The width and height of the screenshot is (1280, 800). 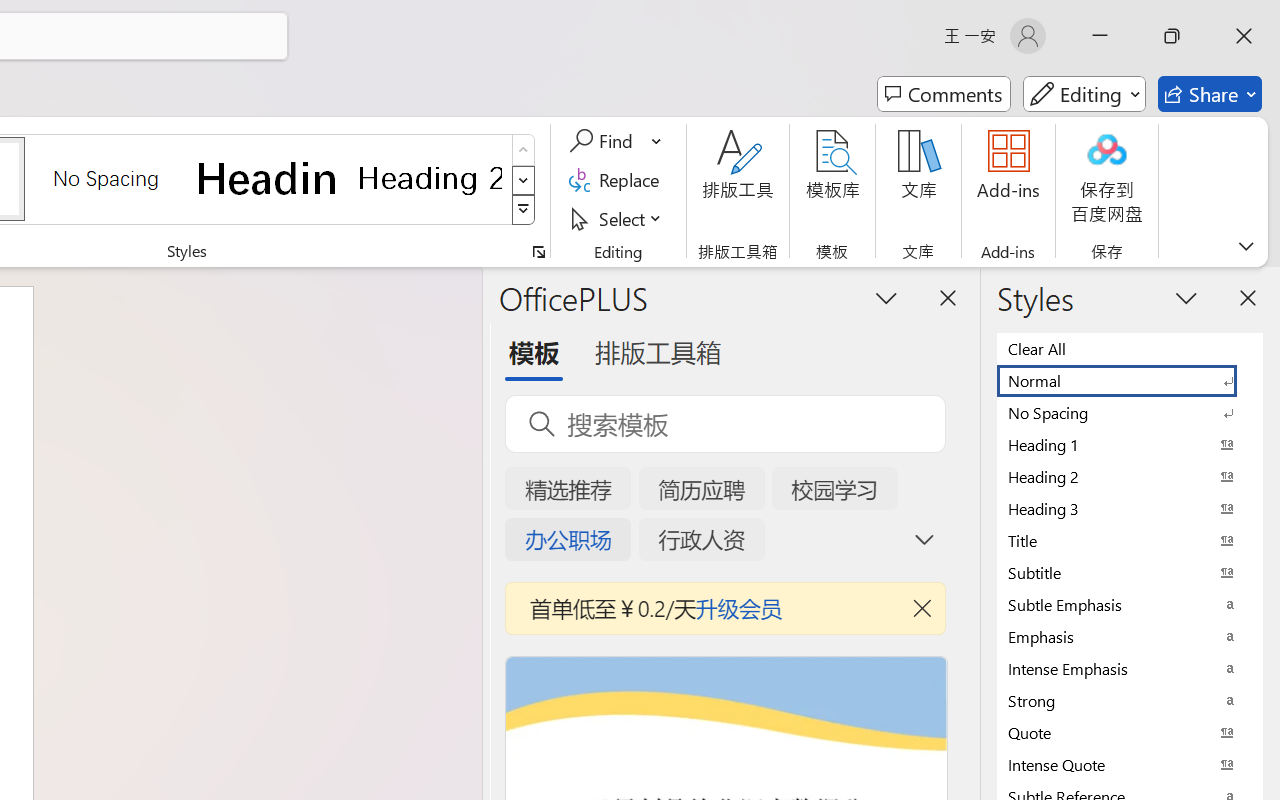 What do you see at coordinates (1130, 731) in the screenshot?
I see `'Quote'` at bounding box center [1130, 731].